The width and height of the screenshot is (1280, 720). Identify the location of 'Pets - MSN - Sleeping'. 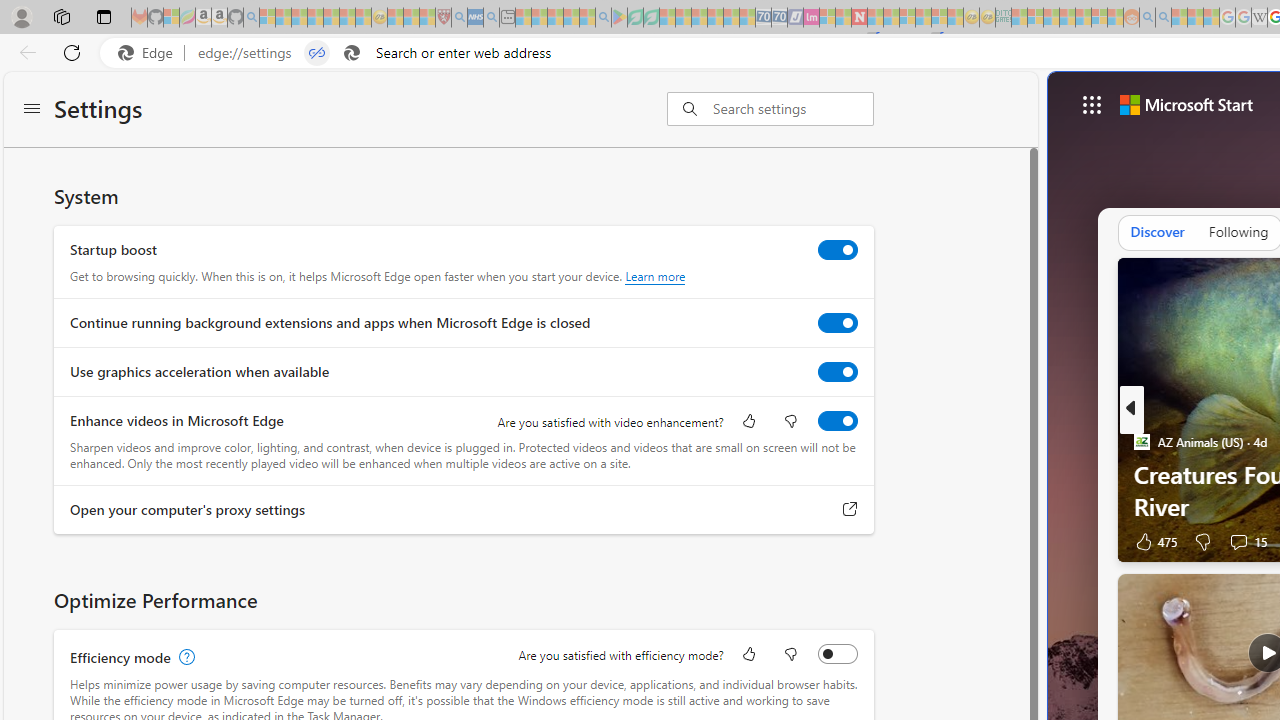
(570, 17).